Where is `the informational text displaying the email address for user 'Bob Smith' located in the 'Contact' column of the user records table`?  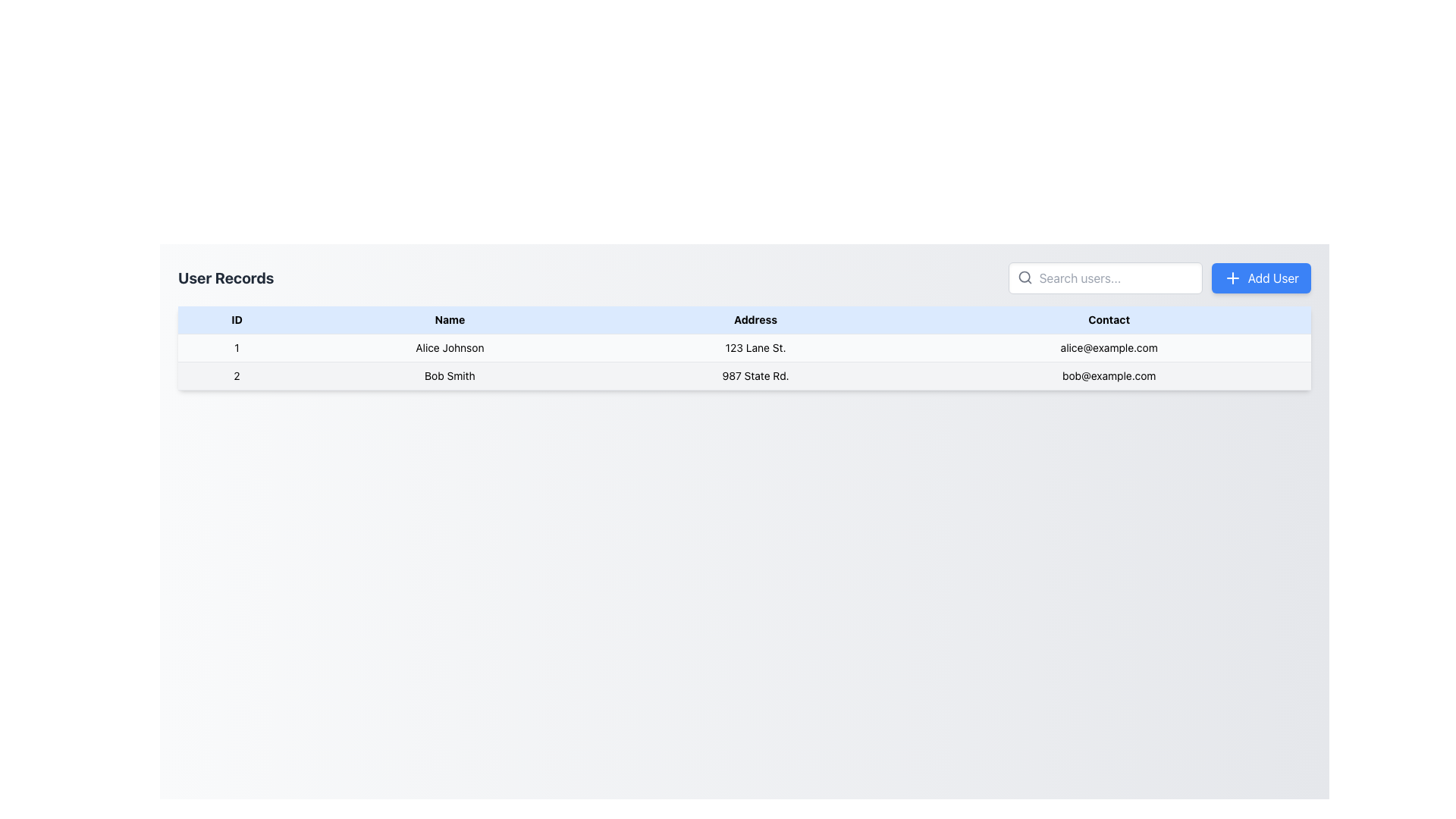
the informational text displaying the email address for user 'Bob Smith' located in the 'Contact' column of the user records table is located at coordinates (1109, 375).